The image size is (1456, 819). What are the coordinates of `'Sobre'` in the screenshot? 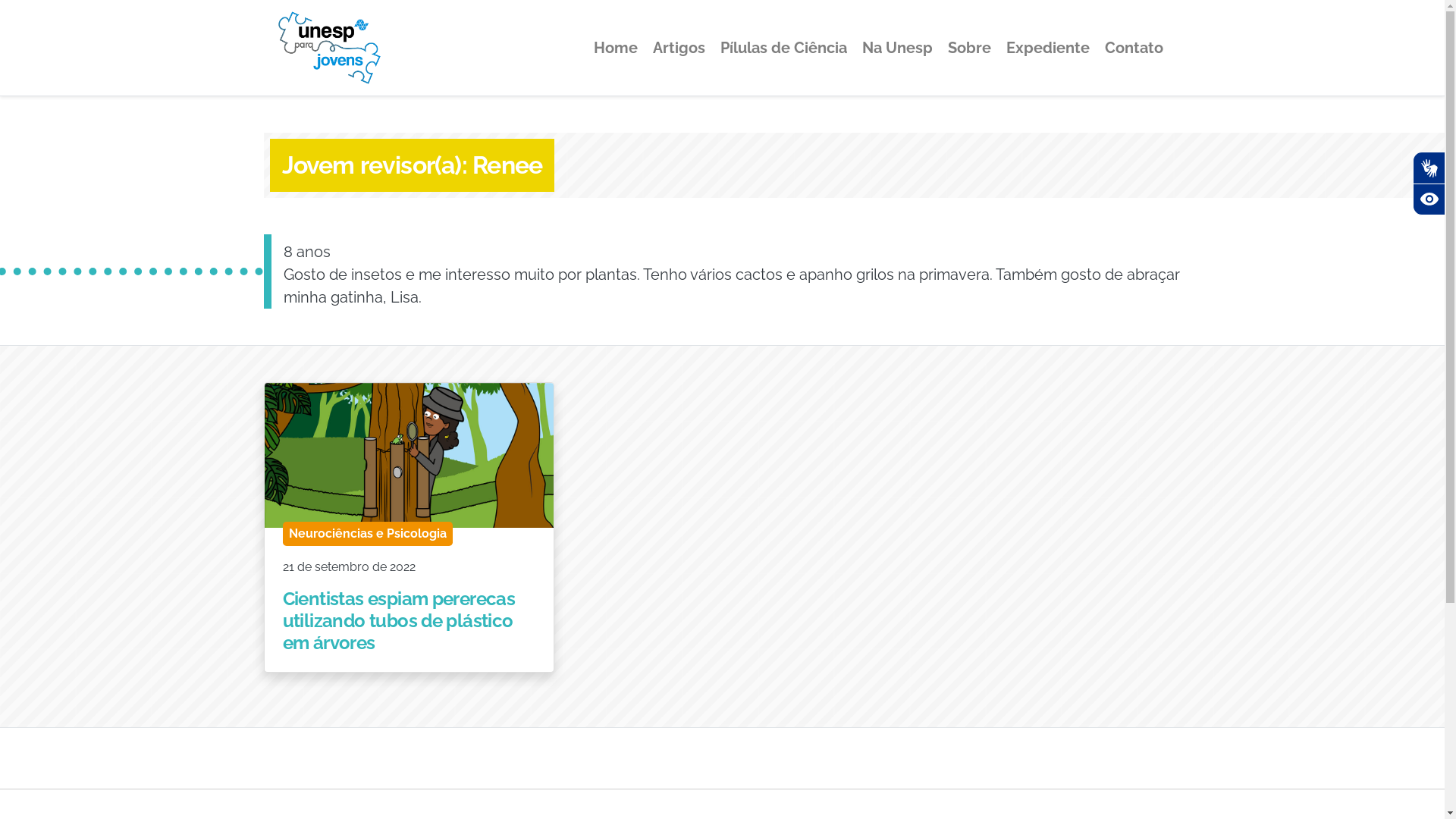 It's located at (968, 46).